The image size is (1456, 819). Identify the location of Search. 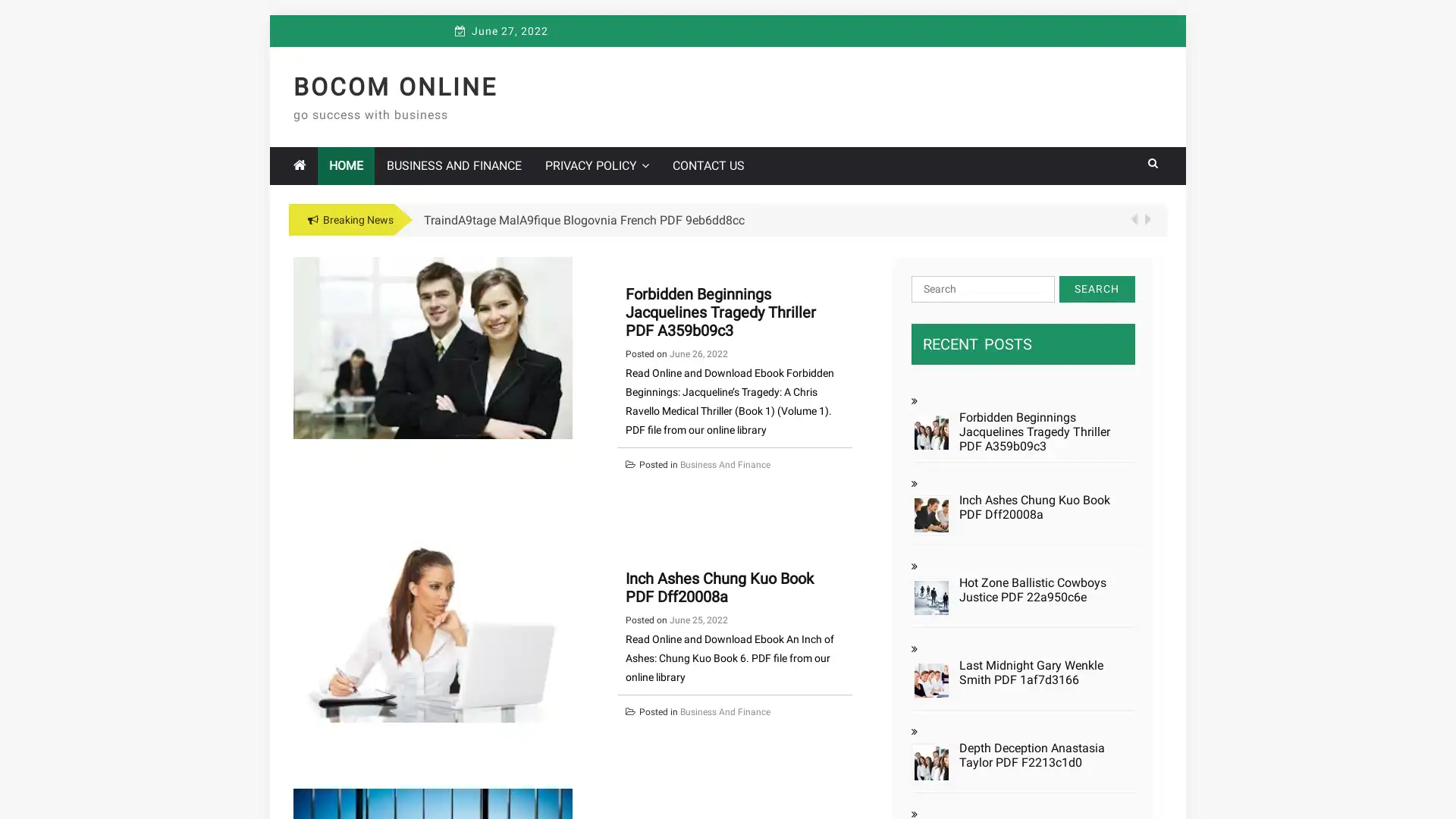
(1096, 288).